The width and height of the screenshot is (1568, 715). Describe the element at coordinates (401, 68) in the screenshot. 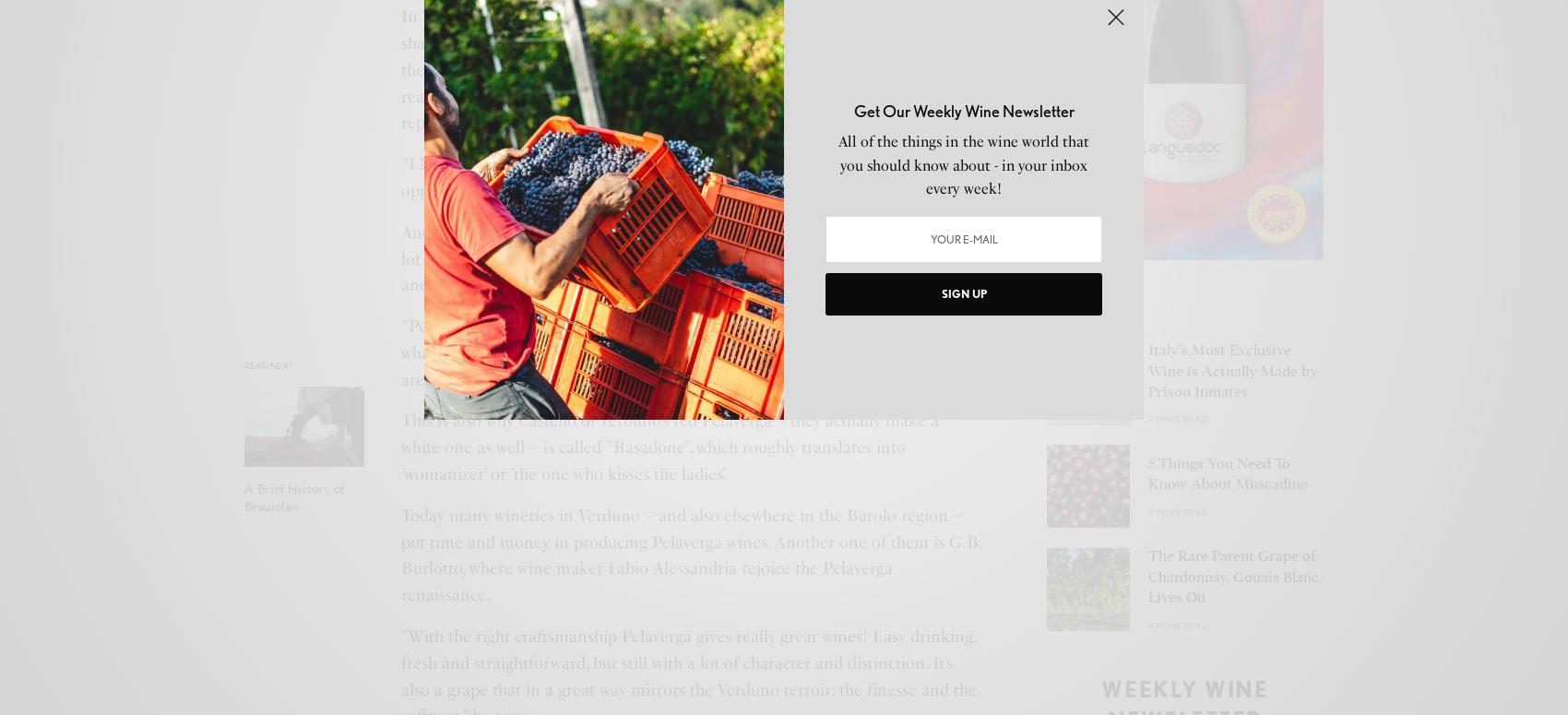

I see `'In Verduno this is a historical grape, but one that for long has lived in the shadows of The King Nebbiolo and The Queen Barbera (and yes, compared to them Pelaverga is the mischievous little princess). One of the wineries that really have been in the forefront in the battle for Pelaverga’s regained reputation is Castello di Verduno and wine maker Mario Andrion.'` at that location.